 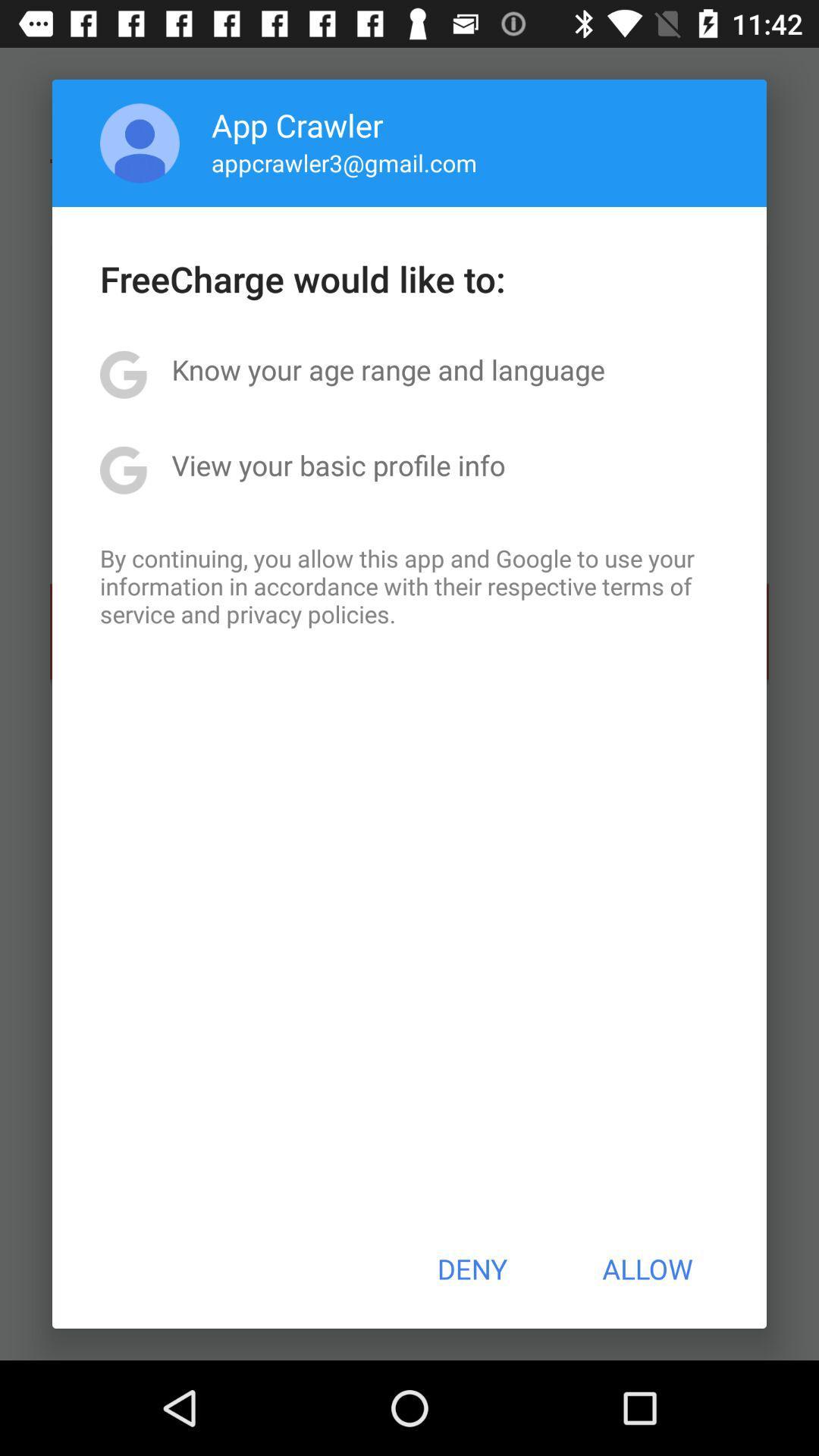 What do you see at coordinates (140, 143) in the screenshot?
I see `app next to the app crawler` at bounding box center [140, 143].